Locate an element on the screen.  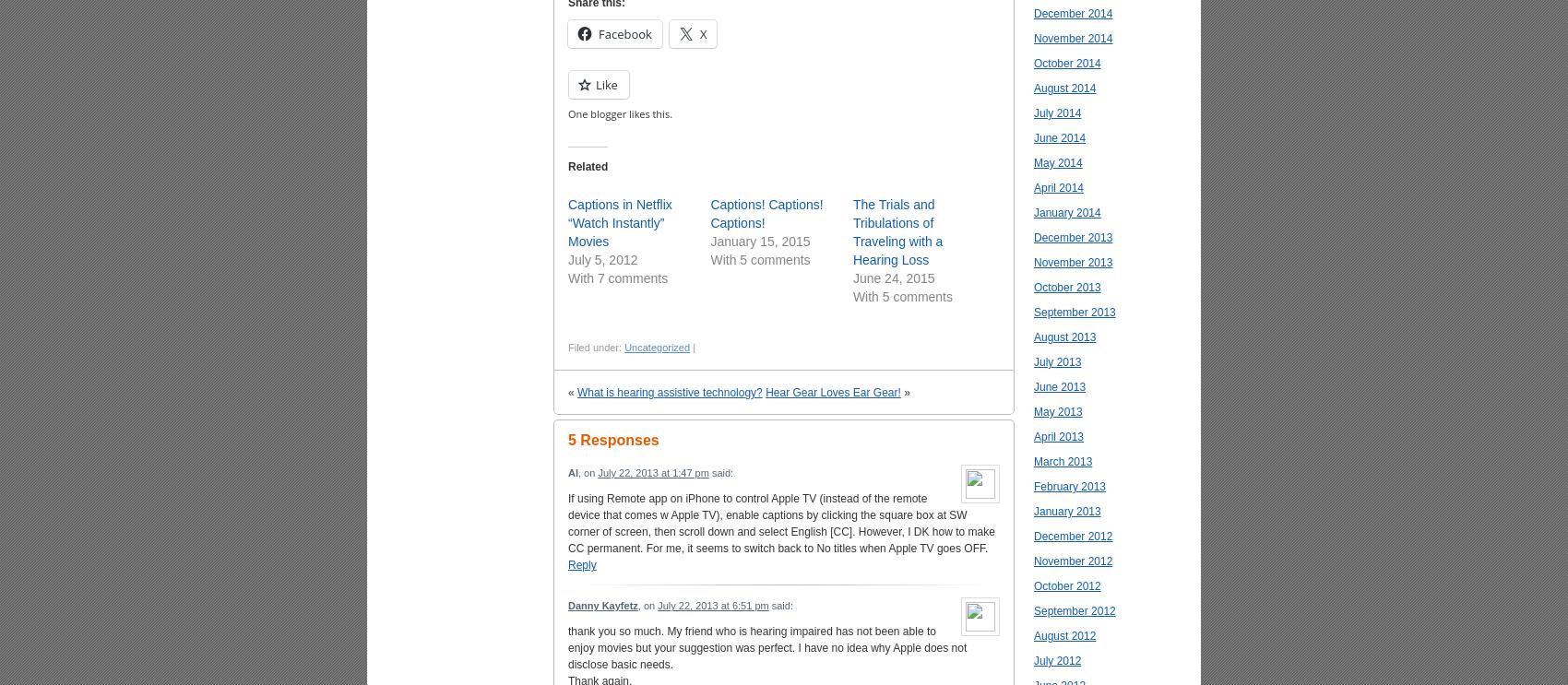
'What is hearing assistive technology?' is located at coordinates (670, 393).